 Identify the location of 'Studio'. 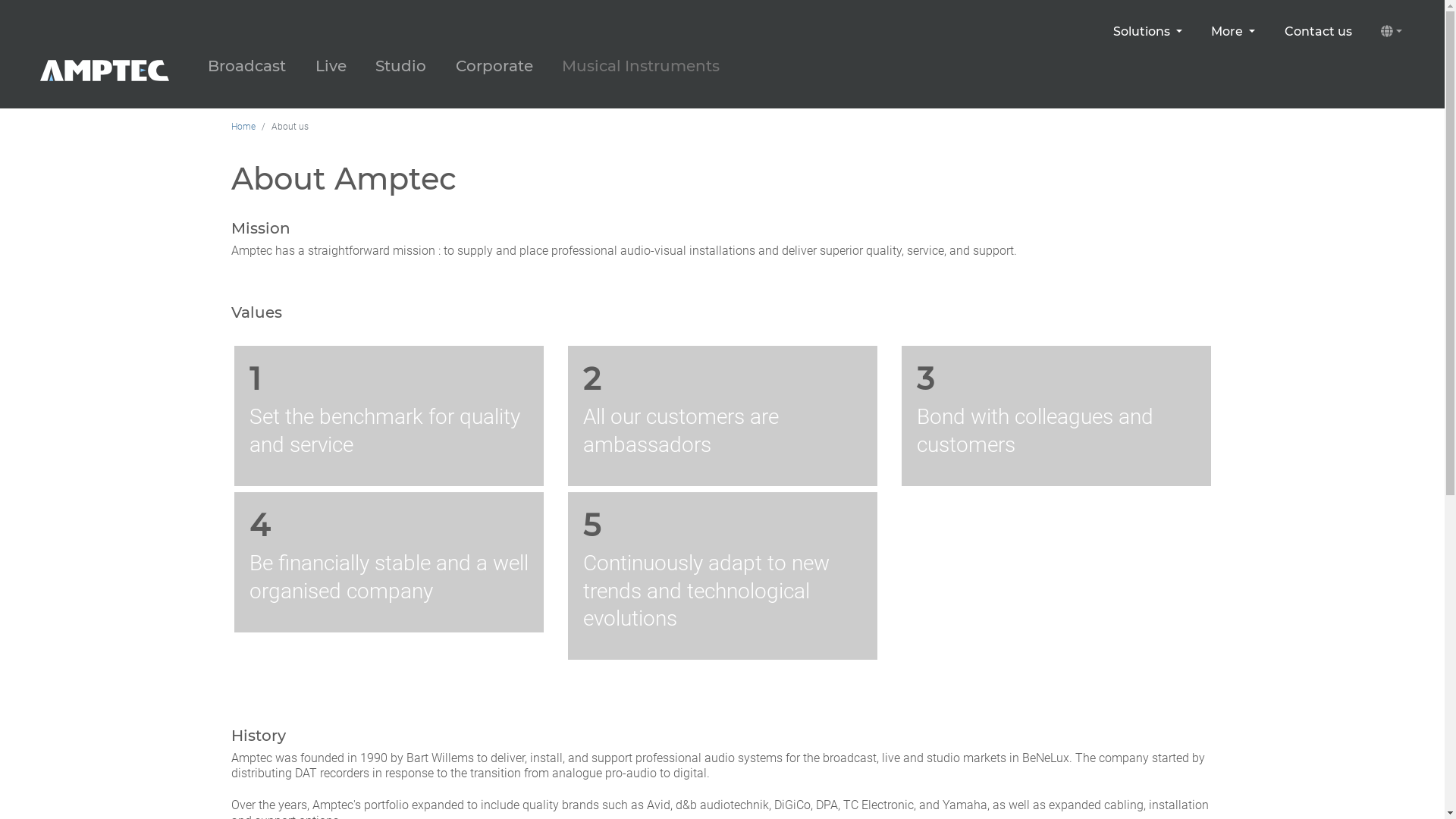
(400, 66).